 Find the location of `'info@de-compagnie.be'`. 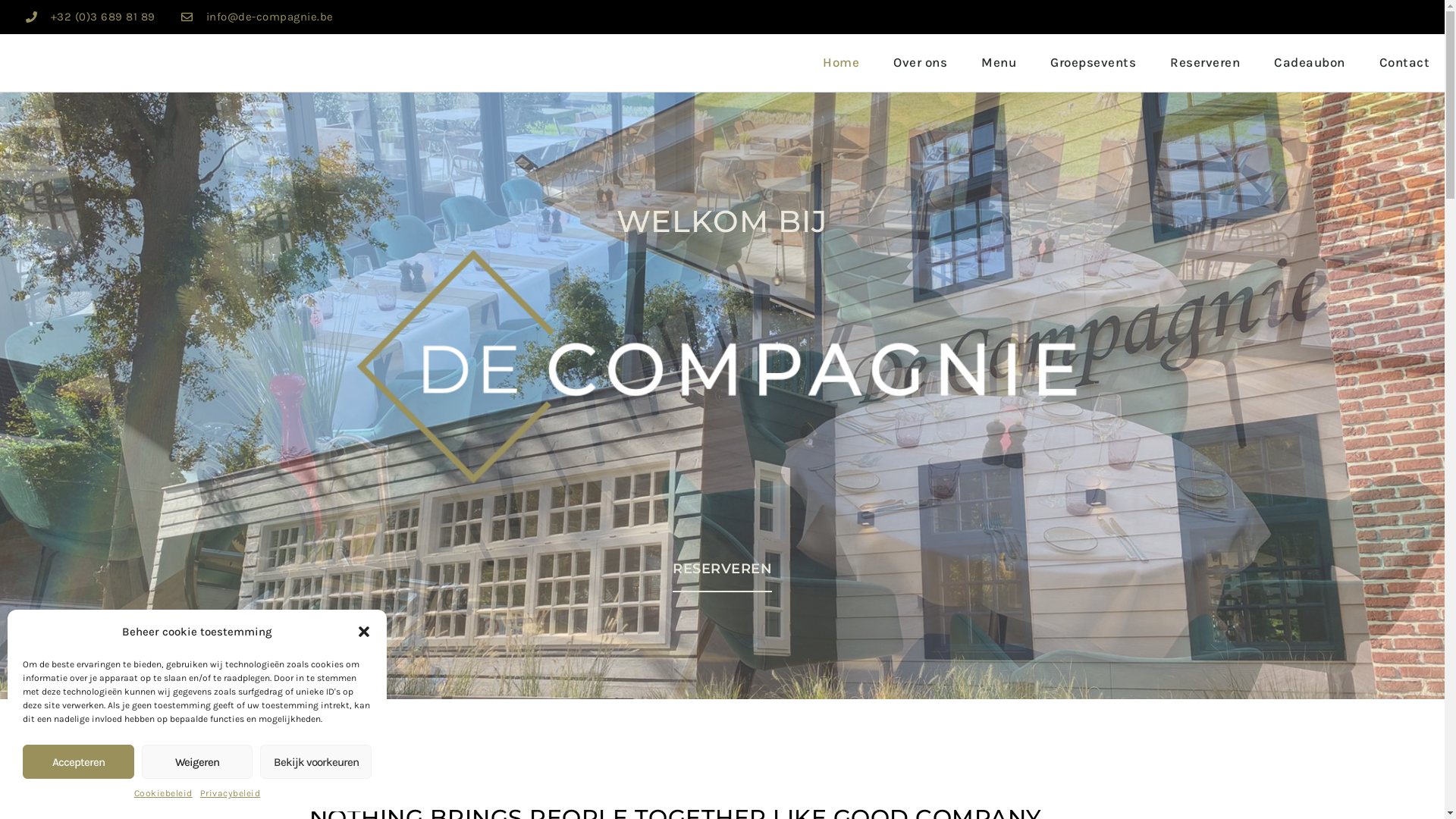

'info@de-compagnie.be' is located at coordinates (269, 17).